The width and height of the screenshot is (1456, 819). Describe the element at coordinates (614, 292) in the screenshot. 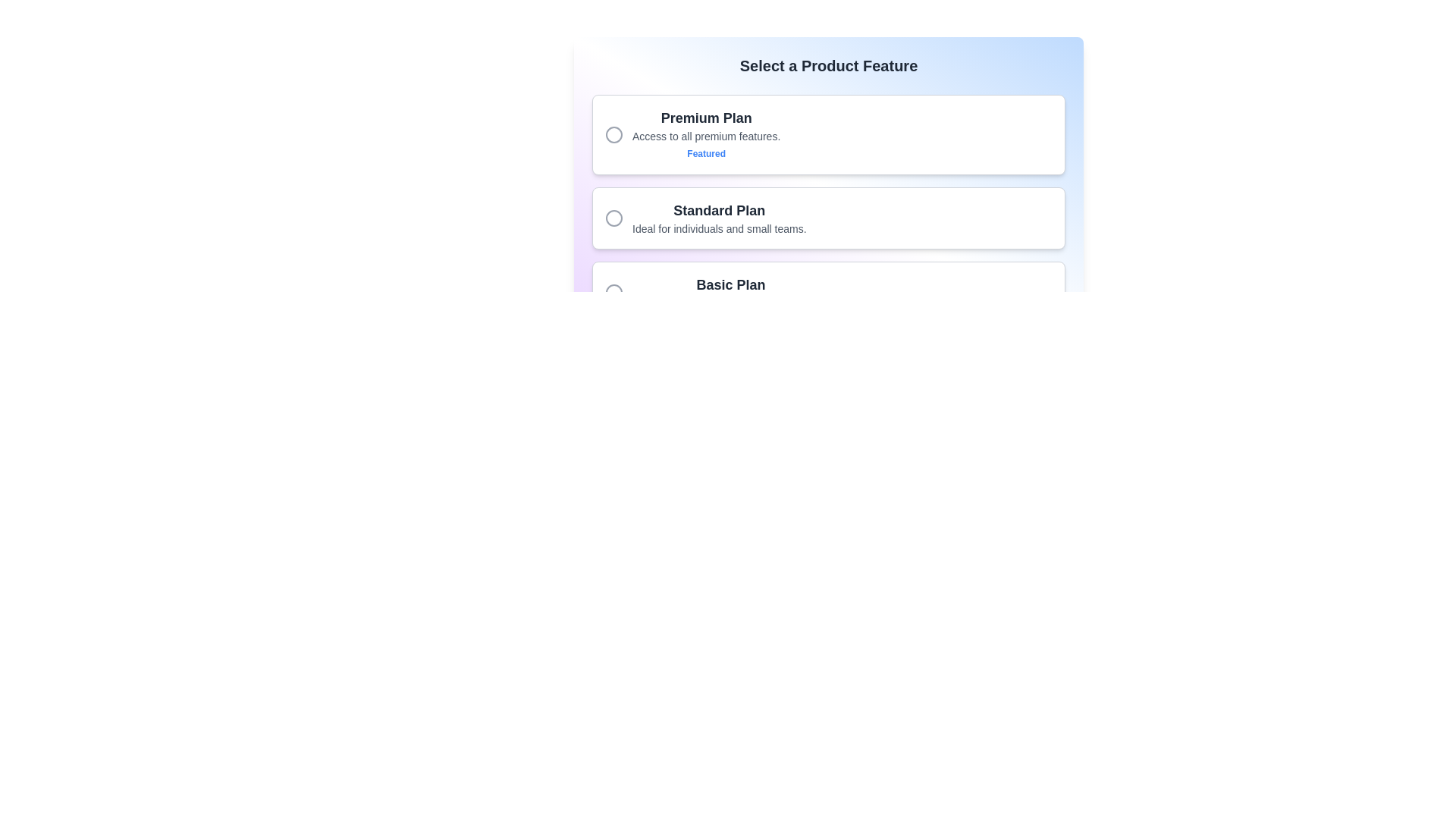

I see `the circular radio button with a thin gray outline and a white background` at that location.